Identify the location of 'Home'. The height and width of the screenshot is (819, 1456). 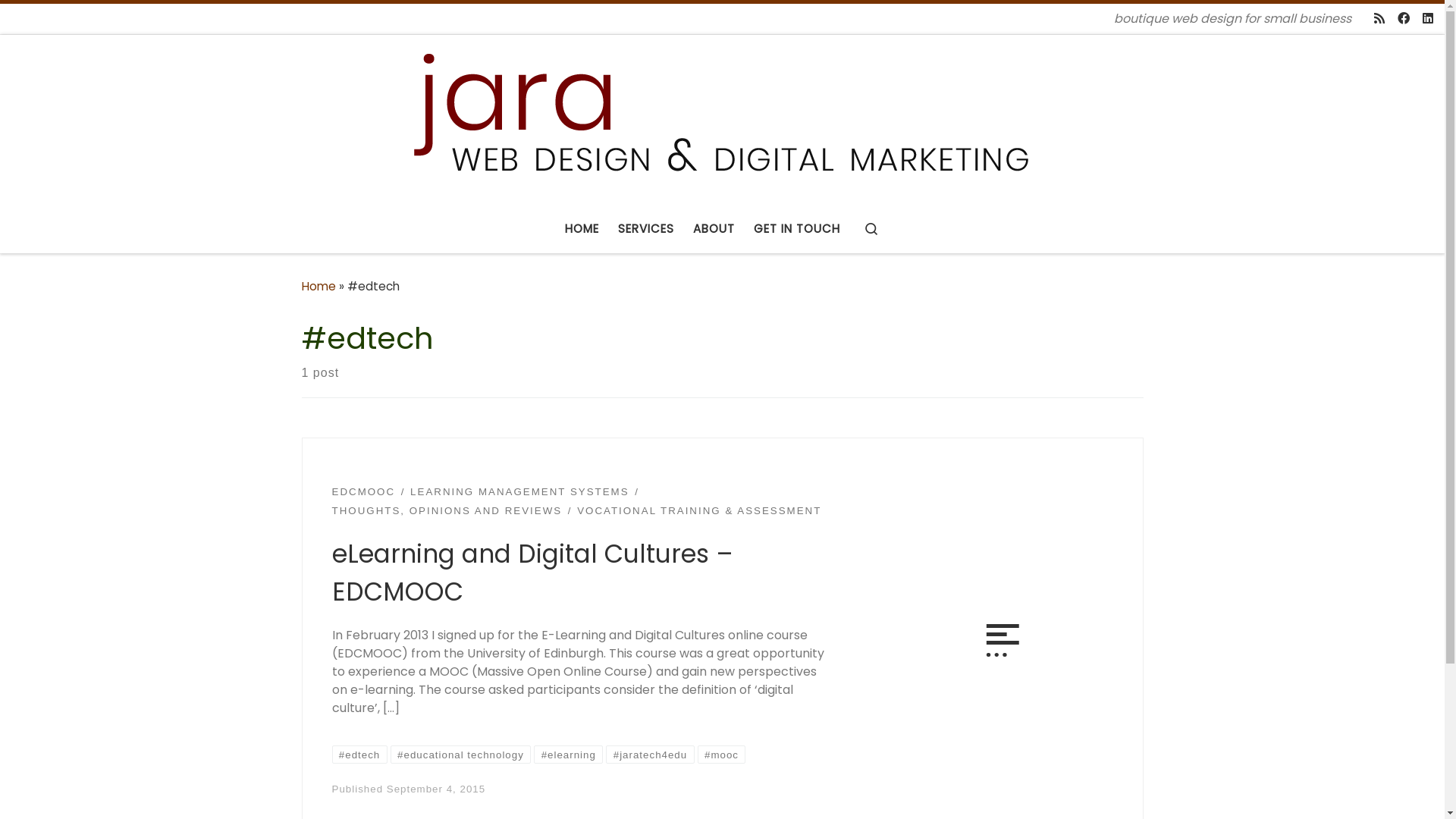
(318, 286).